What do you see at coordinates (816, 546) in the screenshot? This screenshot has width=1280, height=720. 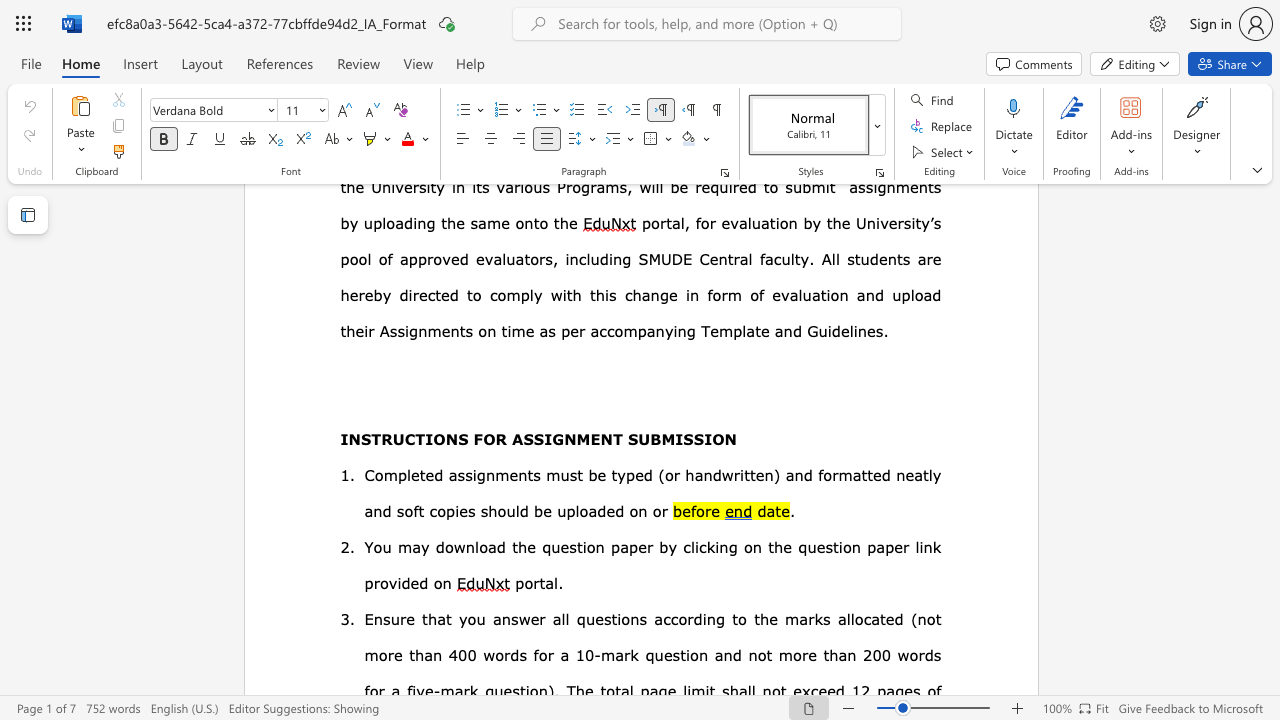 I see `the subset text "estion pa" within the text "You may download the question paper by clicking on the question paper link provided on"` at bounding box center [816, 546].